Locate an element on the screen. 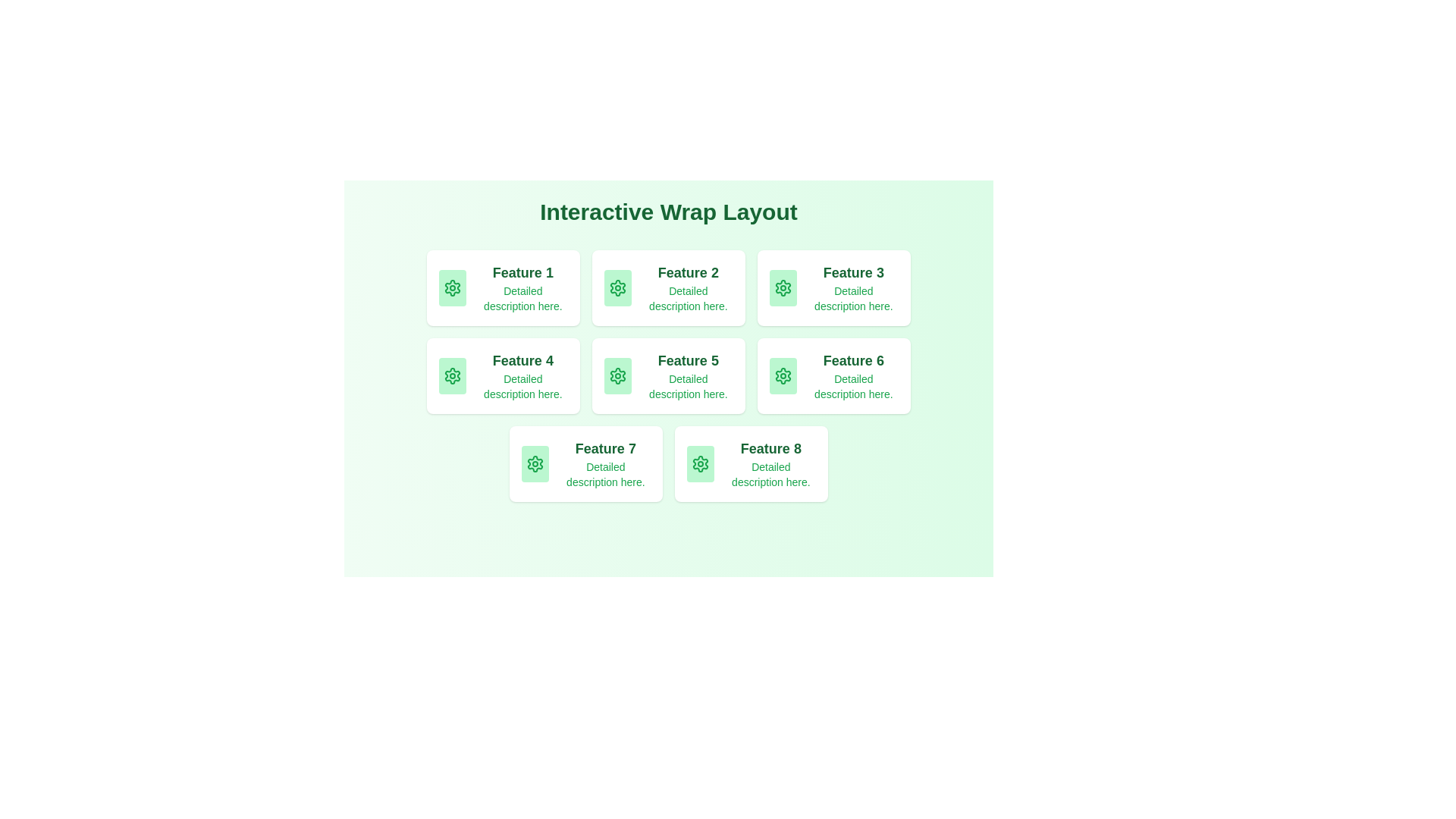 The width and height of the screenshot is (1456, 819). the text block containing the title 'Feature 7' and the description 'Detailed description here.' which is styled in shades of green and located in the middle column of the bottom row in a three-row grid layout is located at coordinates (604, 463).